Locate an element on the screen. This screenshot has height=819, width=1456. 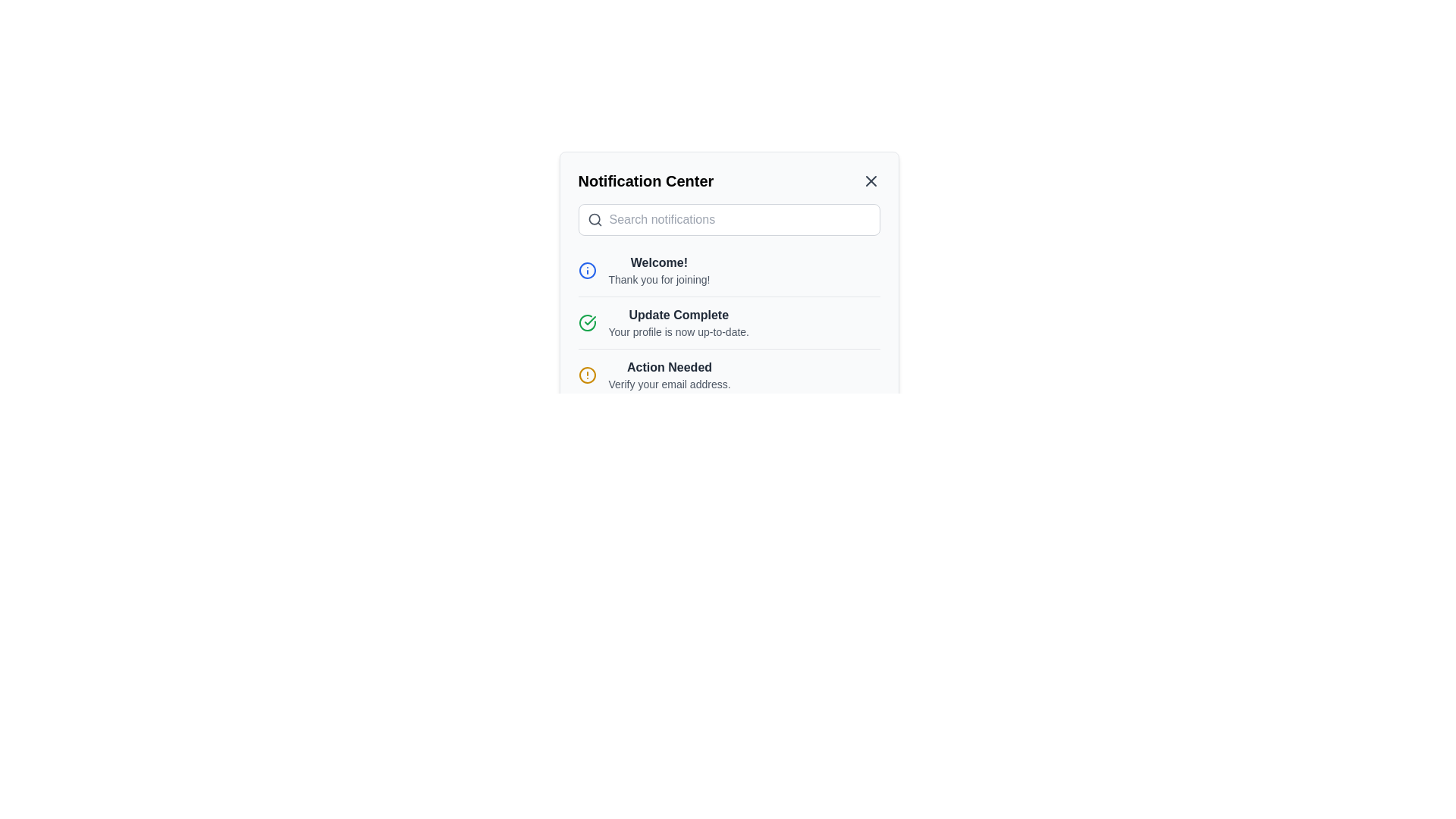
the blue outlined circular SVG element representing information in the Notification Center is located at coordinates (586, 270).